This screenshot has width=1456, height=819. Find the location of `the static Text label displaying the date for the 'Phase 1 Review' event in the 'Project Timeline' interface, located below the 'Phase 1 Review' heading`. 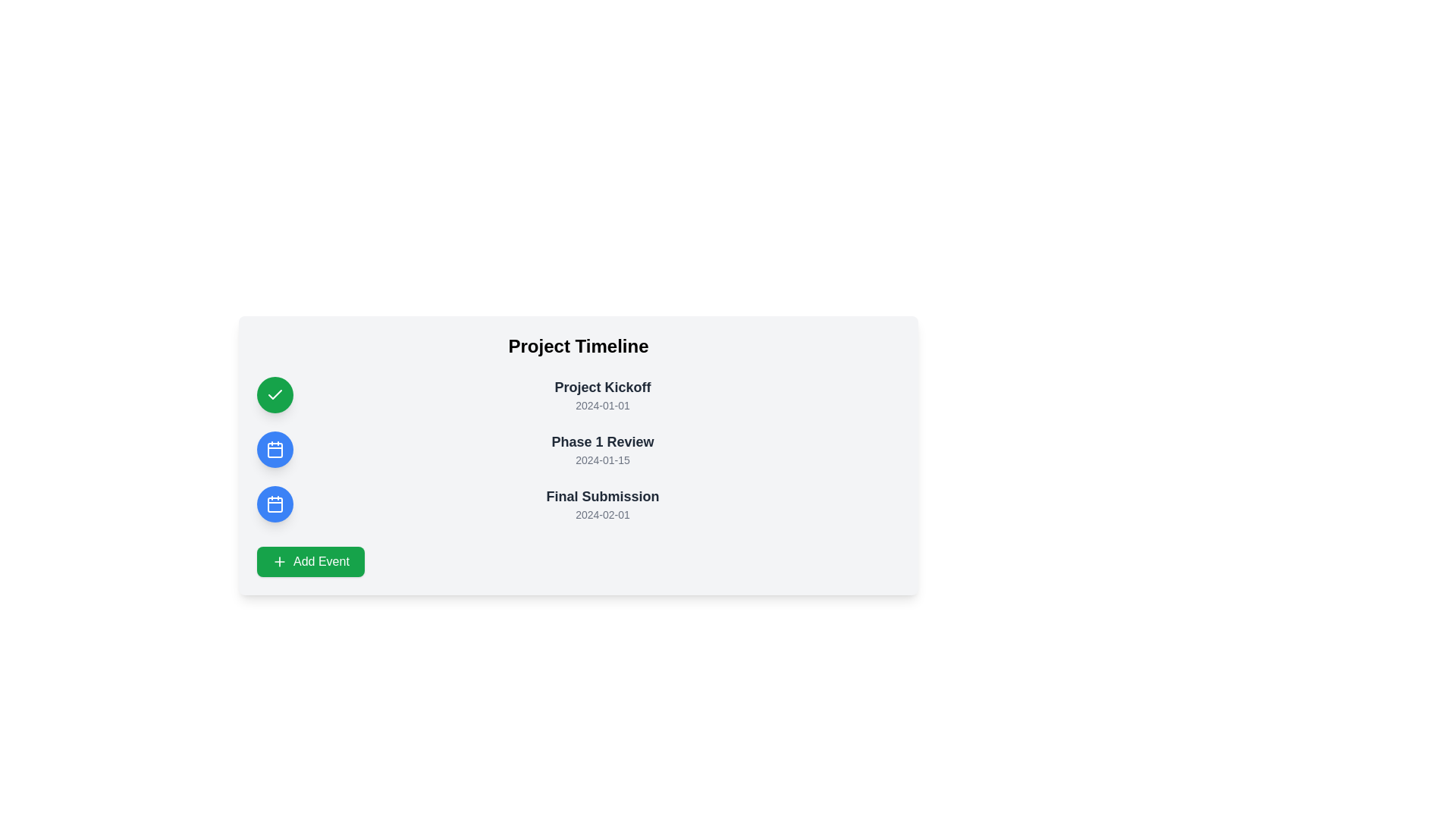

the static Text label displaying the date for the 'Phase 1 Review' event in the 'Project Timeline' interface, located below the 'Phase 1 Review' heading is located at coordinates (602, 459).